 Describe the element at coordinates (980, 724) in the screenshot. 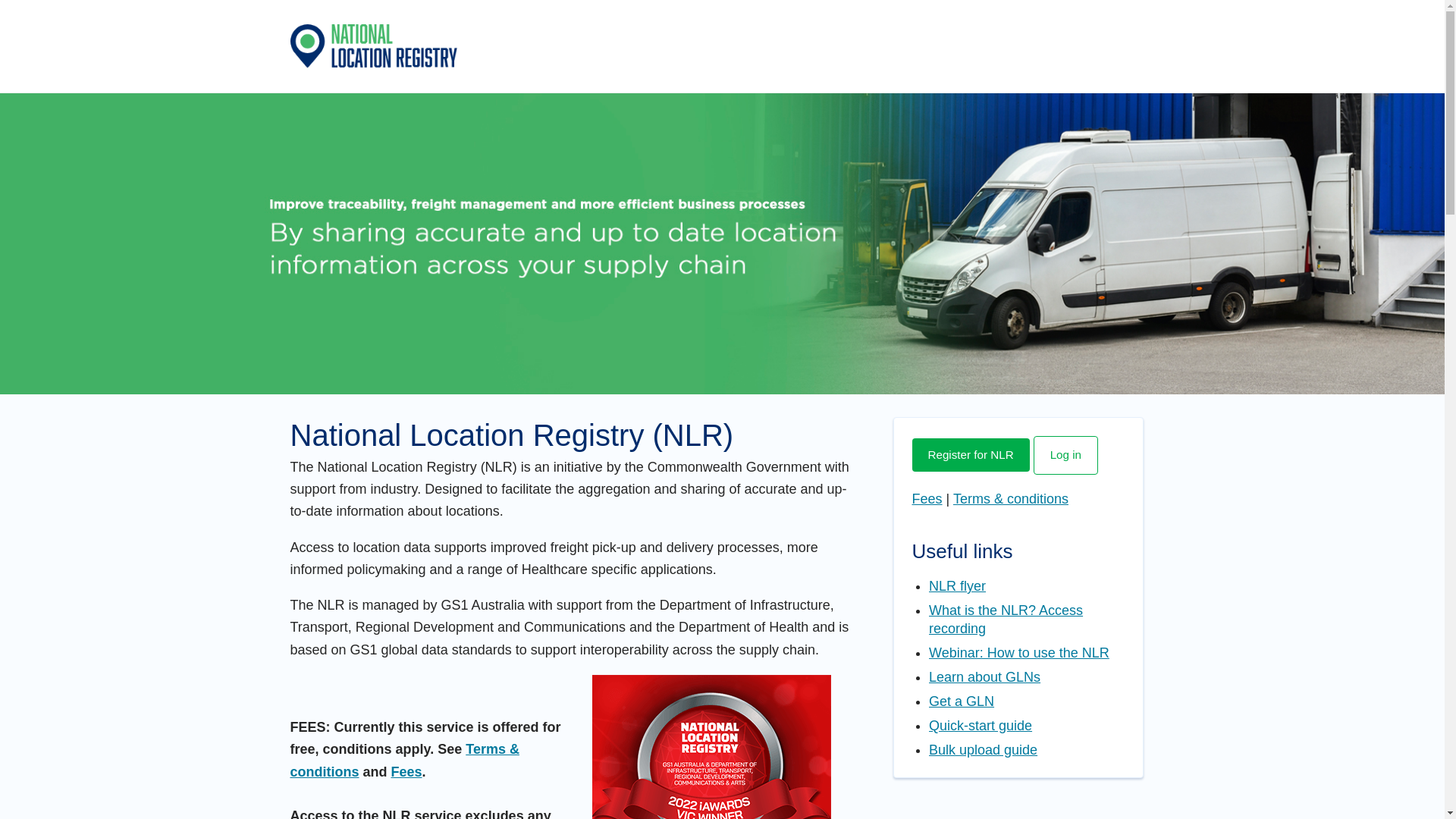

I see `'Quick-start guide'` at that location.